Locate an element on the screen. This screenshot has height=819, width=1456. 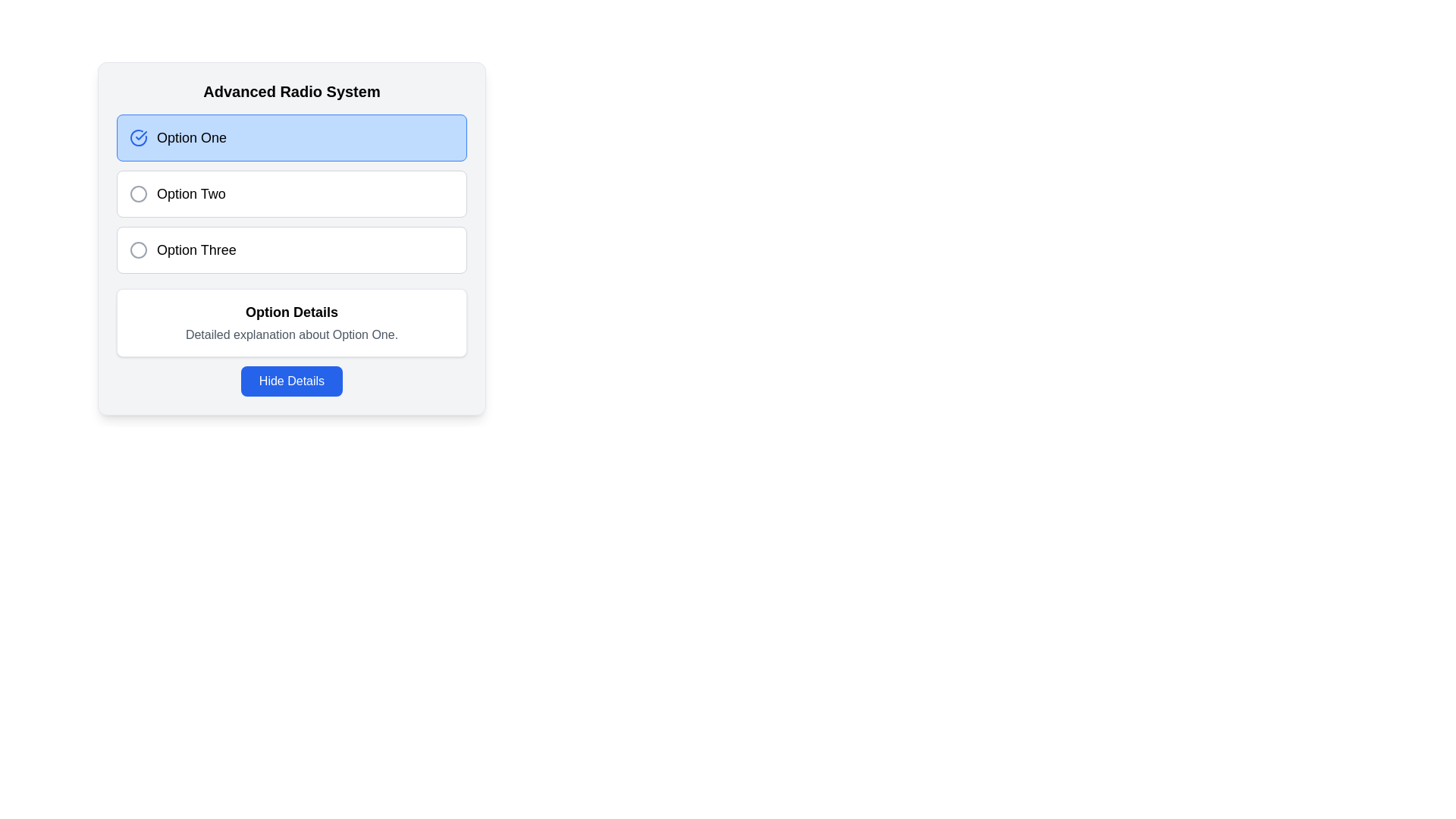
text label providing additional context for 'Option One', located directly below the heading 'Option Details' in the lower section of the card interface, for content verification is located at coordinates (291, 334).